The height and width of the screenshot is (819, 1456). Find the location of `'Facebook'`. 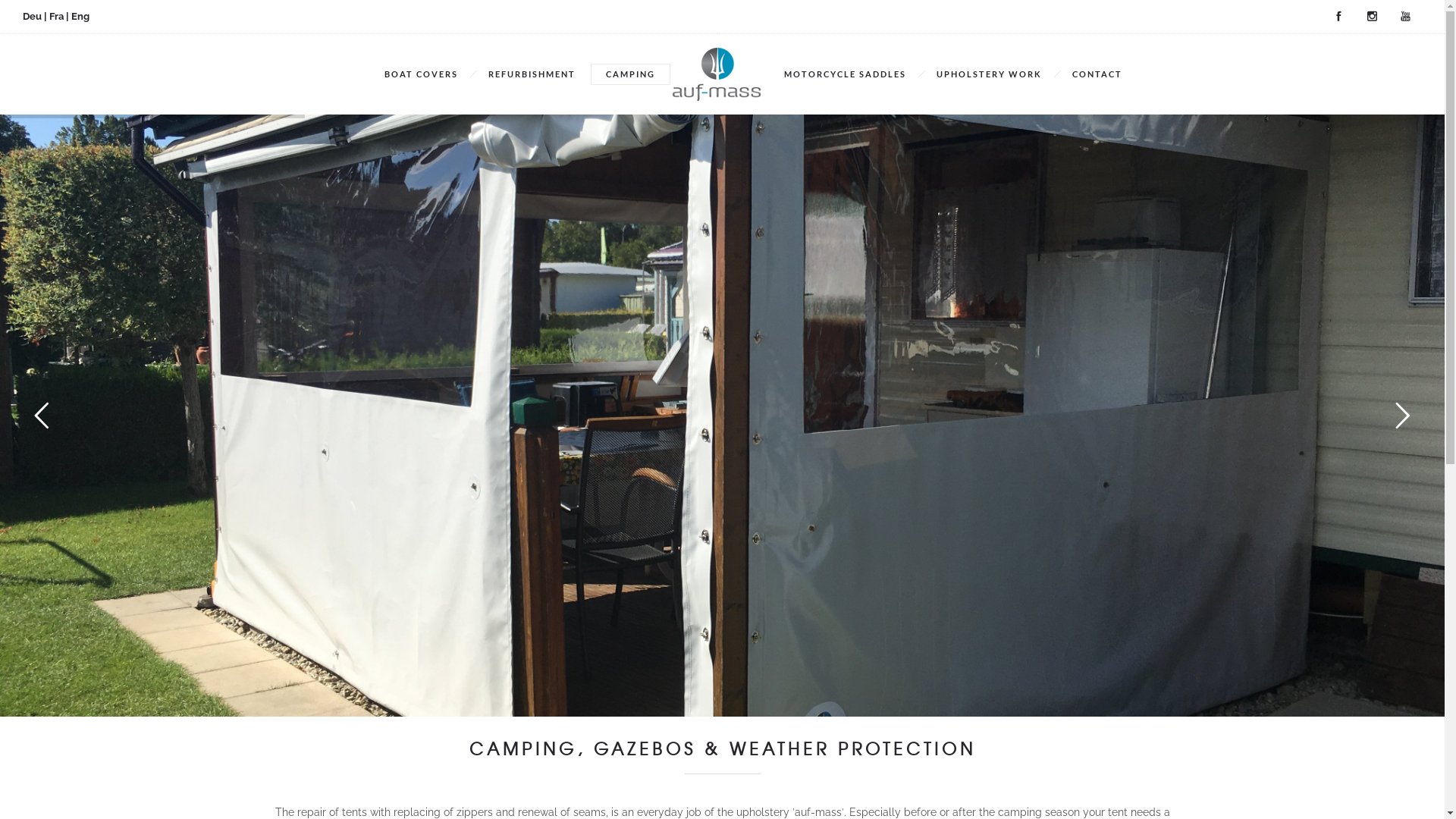

'Facebook' is located at coordinates (1338, 17).